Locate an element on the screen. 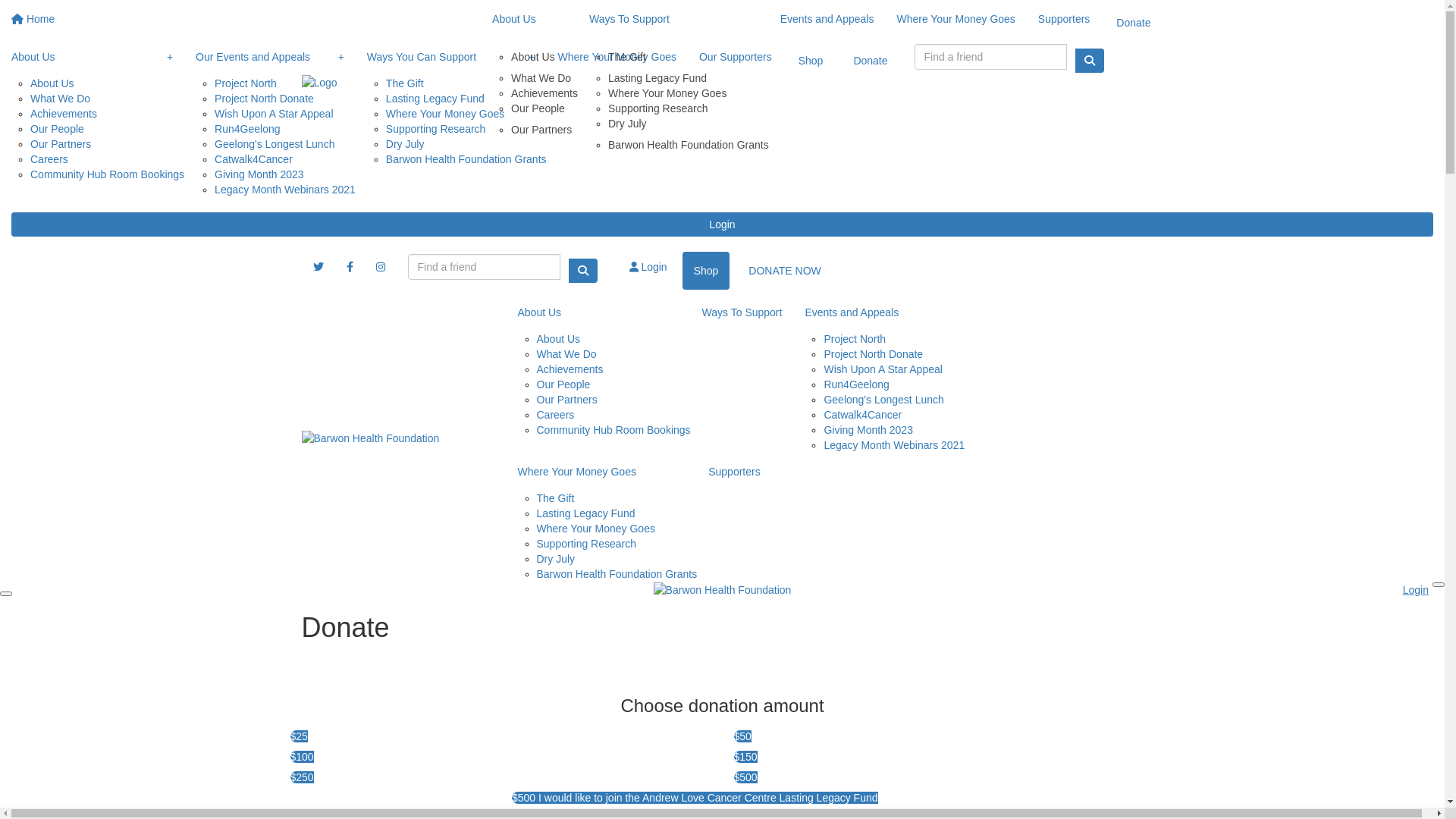 This screenshot has height=819, width=1456. 'Legacy Month Webinars 2021' is located at coordinates (894, 447).